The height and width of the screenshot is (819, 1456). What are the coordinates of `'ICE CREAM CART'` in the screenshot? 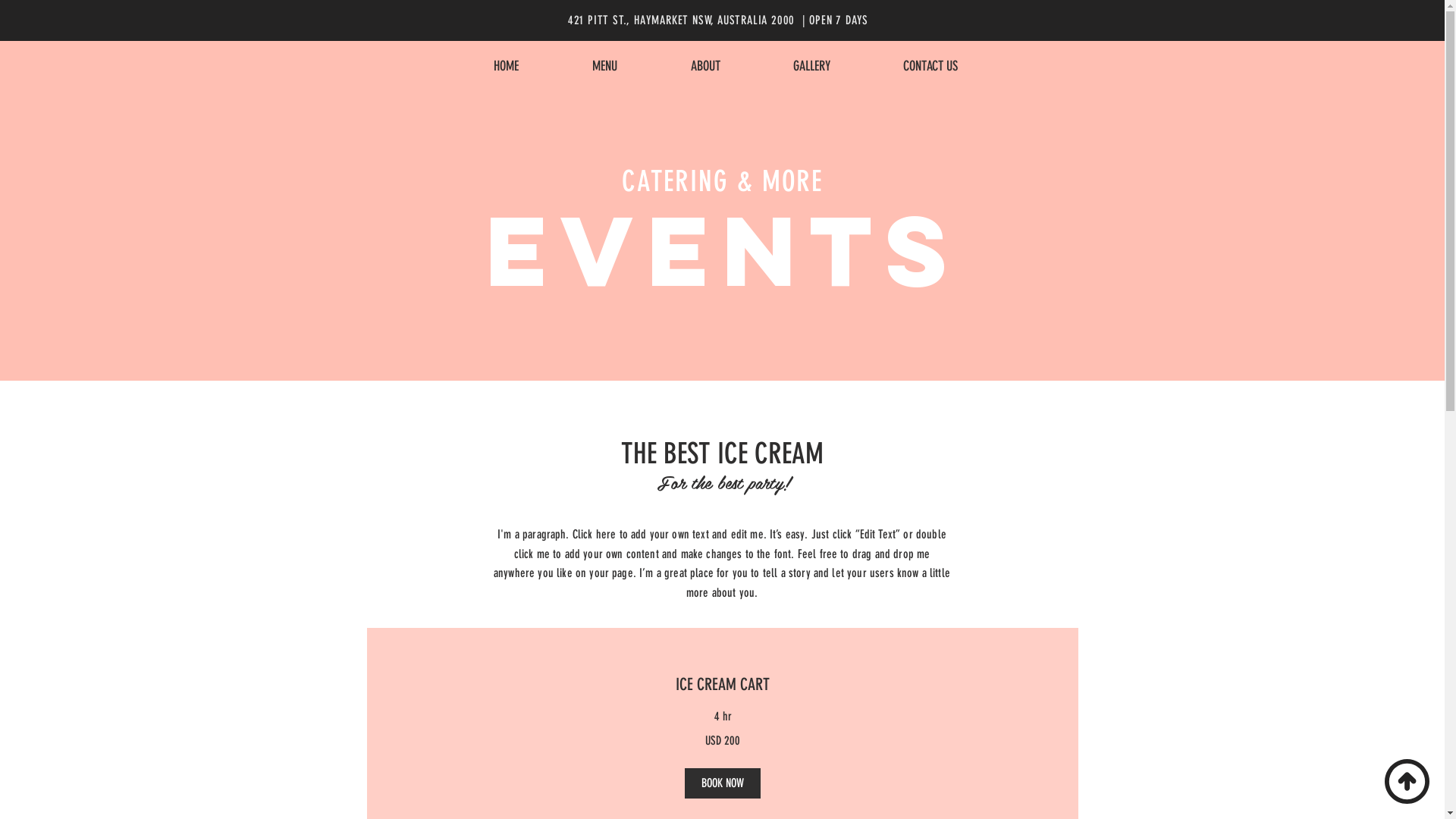 It's located at (722, 684).